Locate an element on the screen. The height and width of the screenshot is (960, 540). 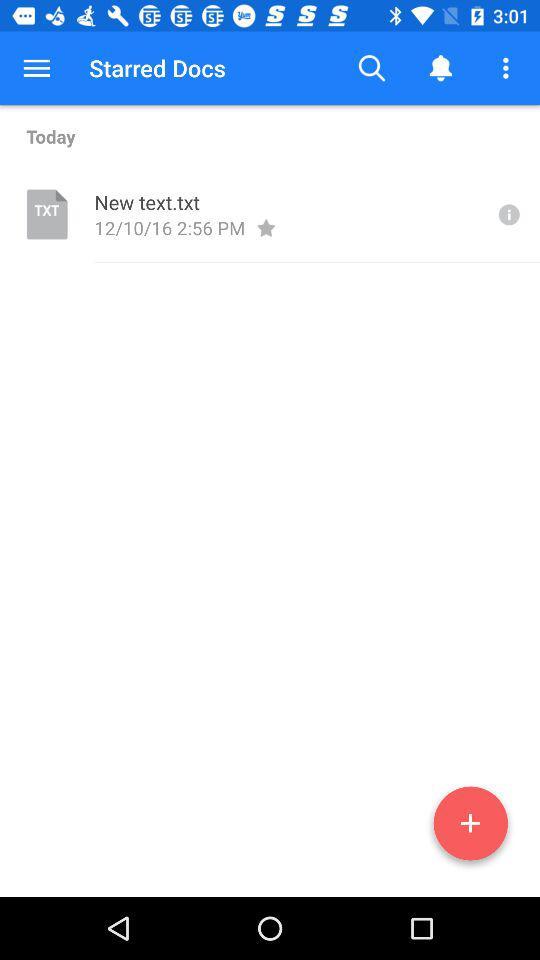
option is located at coordinates (470, 827).